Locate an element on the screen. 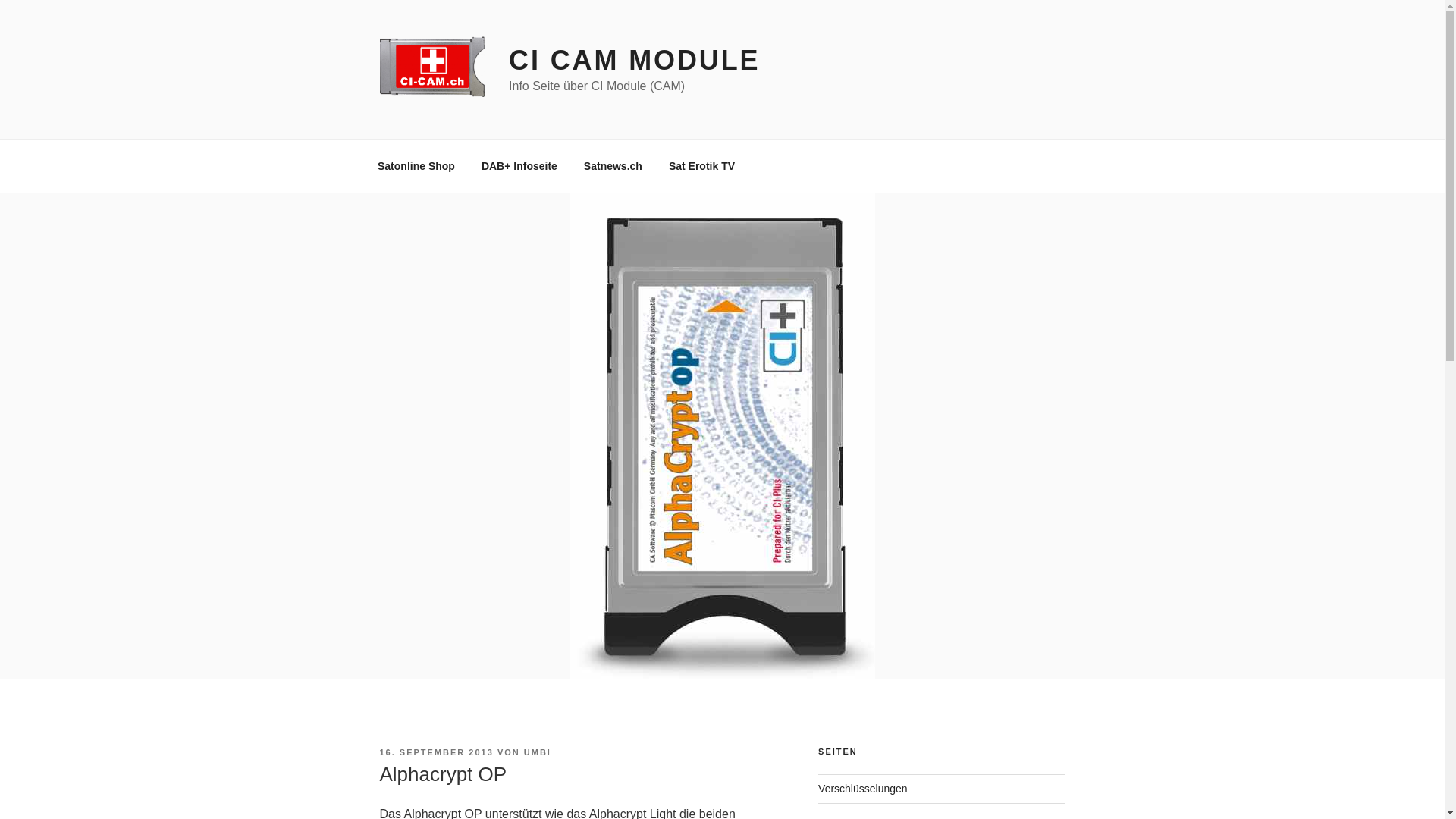 The height and width of the screenshot is (819, 1456). '16. SEPTEMBER 2013' is located at coordinates (435, 752).